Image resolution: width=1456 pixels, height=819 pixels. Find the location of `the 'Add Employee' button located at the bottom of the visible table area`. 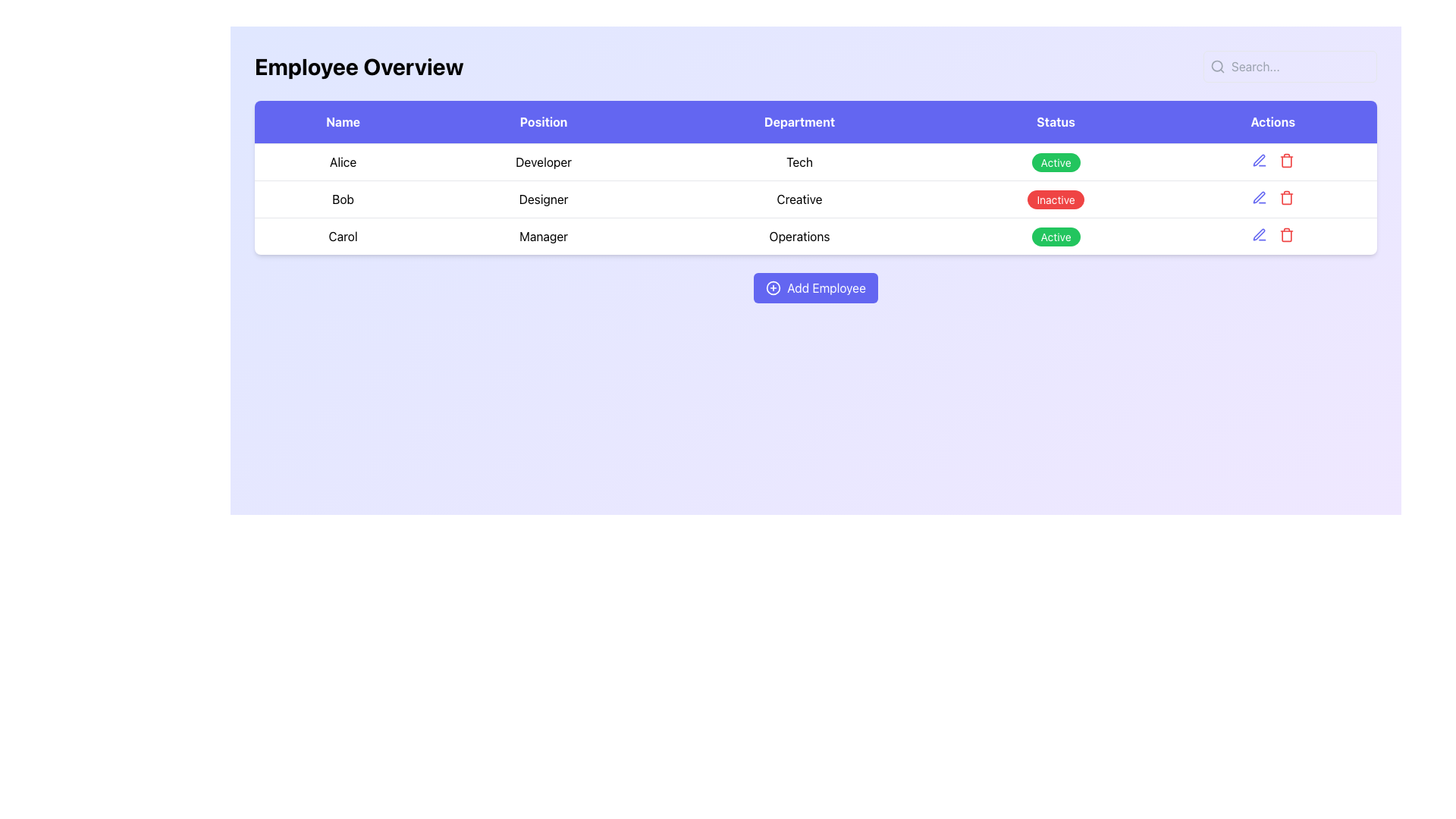

the 'Add Employee' button located at the bottom of the visible table area is located at coordinates (814, 288).